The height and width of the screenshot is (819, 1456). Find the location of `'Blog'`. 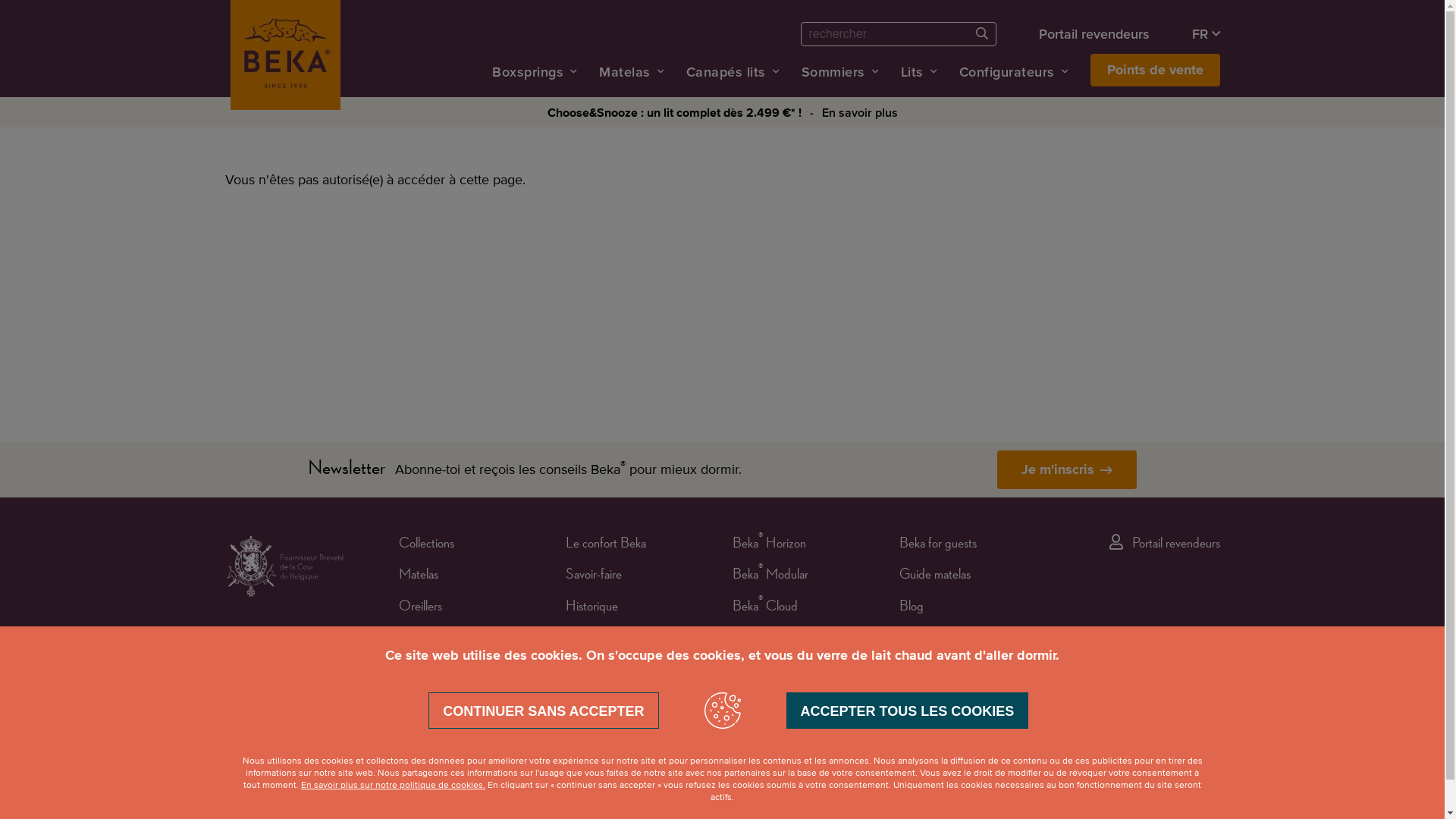

'Blog' is located at coordinates (910, 607).